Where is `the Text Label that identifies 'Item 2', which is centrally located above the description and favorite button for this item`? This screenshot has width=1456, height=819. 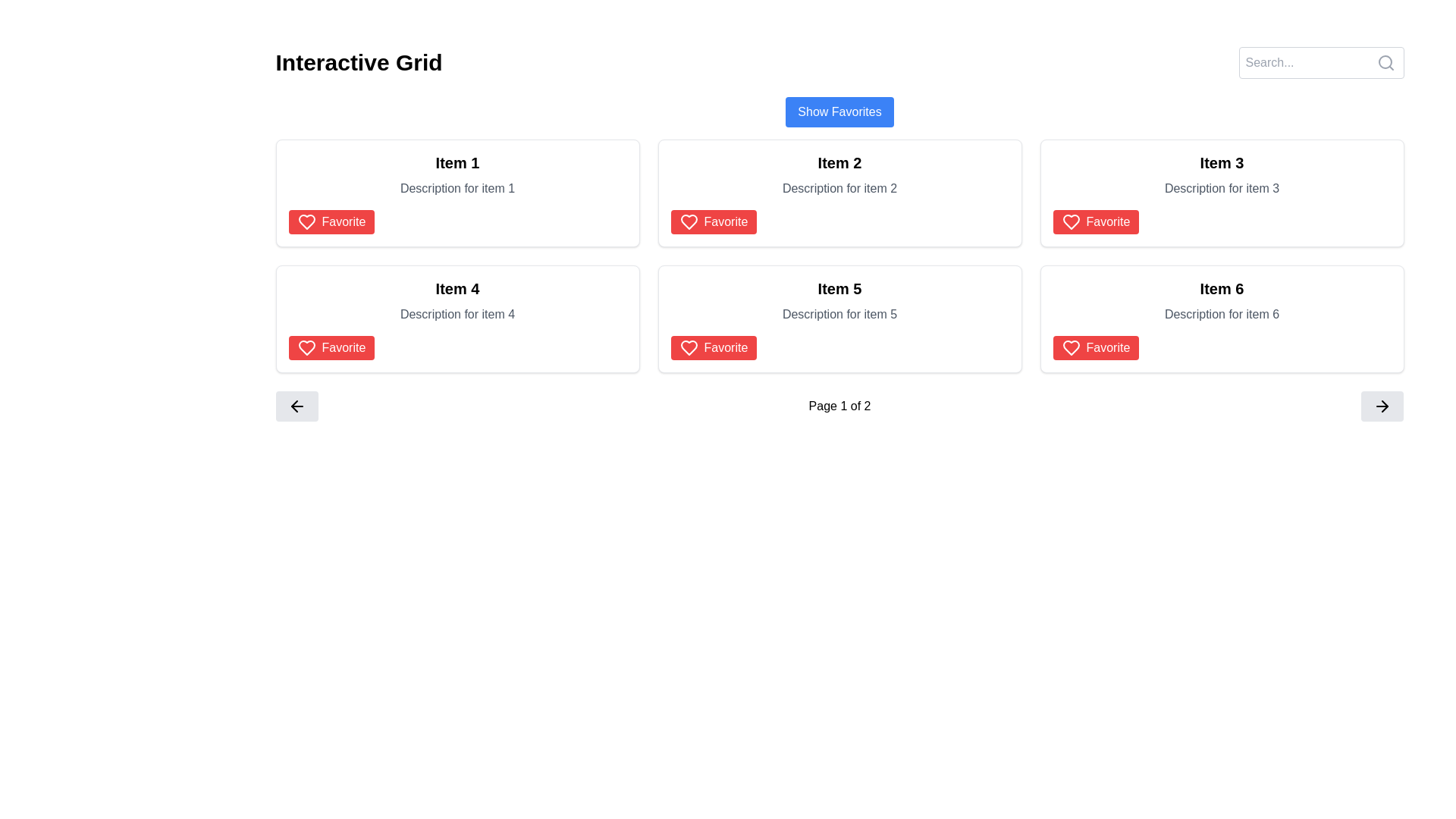
the Text Label that identifies 'Item 2', which is centrally located above the description and favorite button for this item is located at coordinates (839, 163).